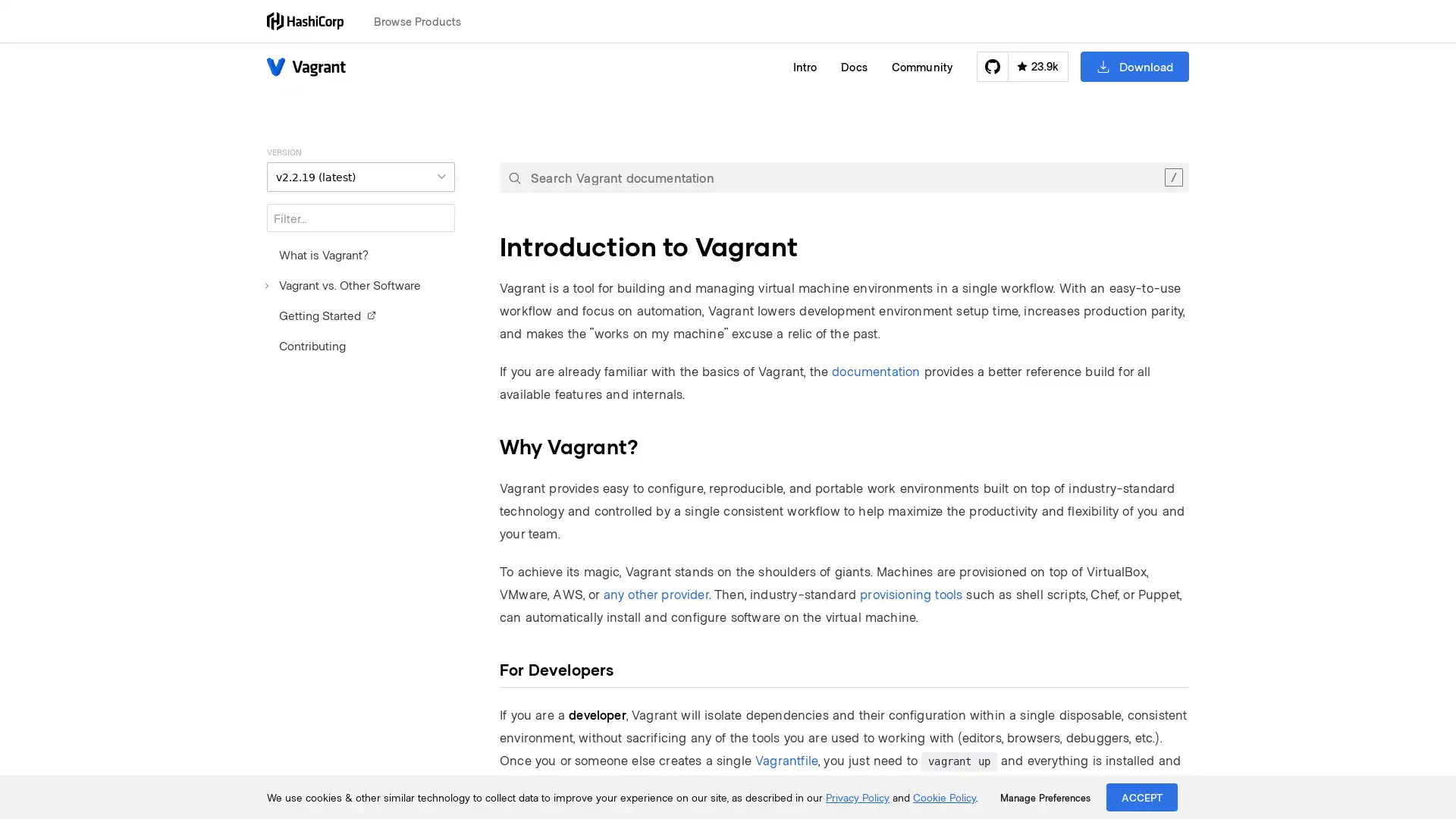 This screenshot has width=1456, height=819. What do you see at coordinates (1044, 797) in the screenshot?
I see `Manage Preferences` at bounding box center [1044, 797].